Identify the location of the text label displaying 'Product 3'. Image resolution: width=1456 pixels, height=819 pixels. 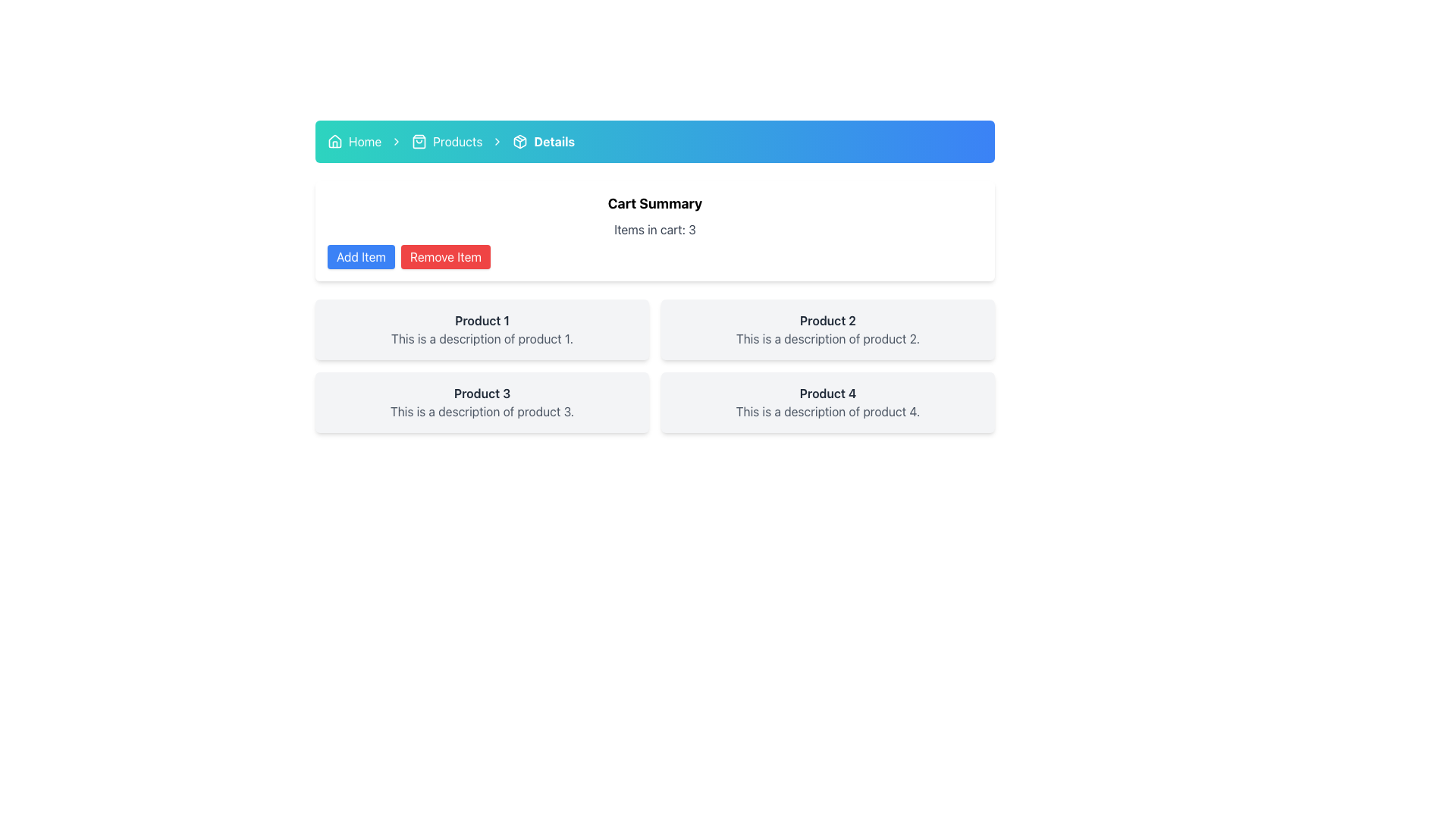
(481, 393).